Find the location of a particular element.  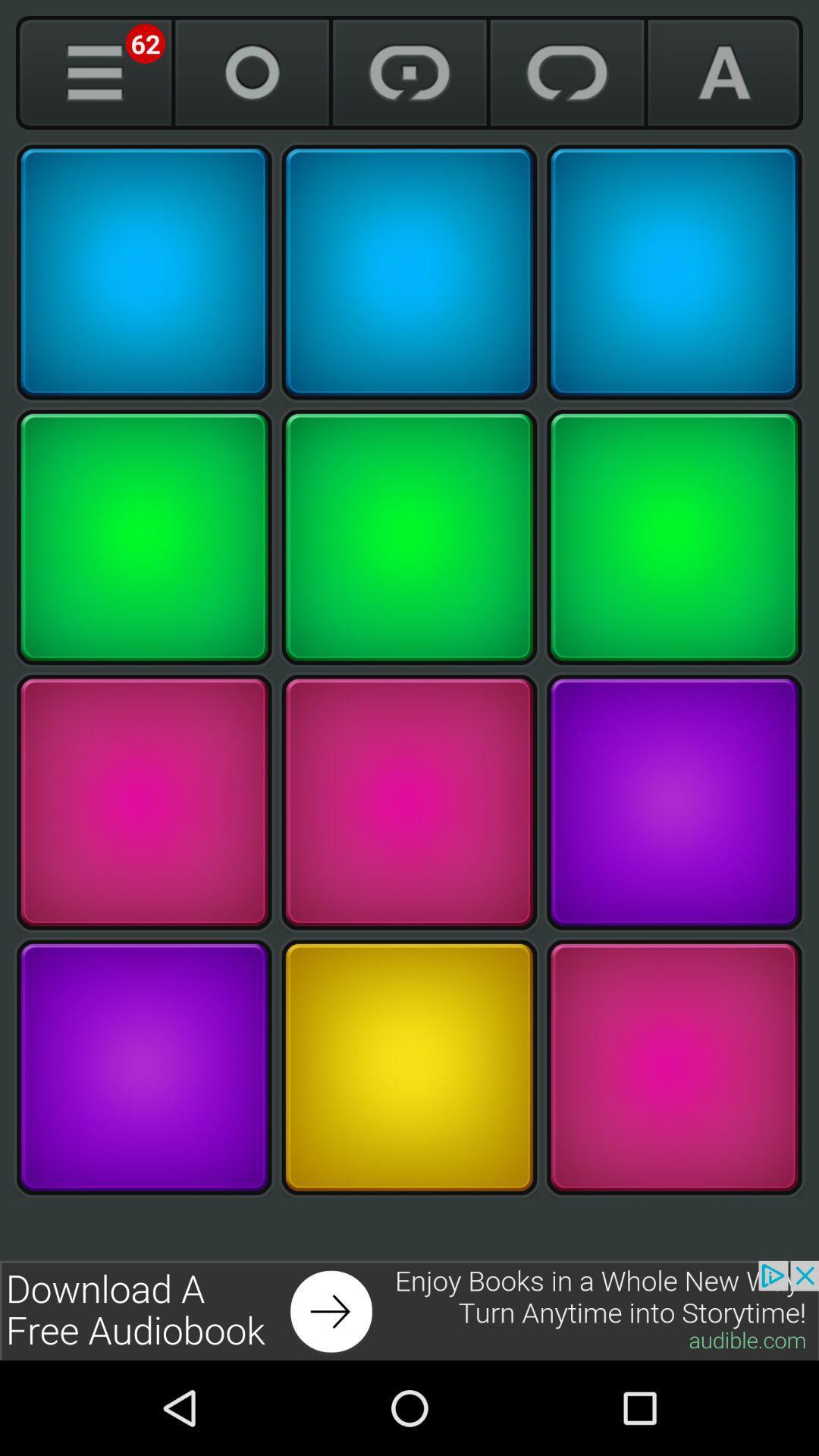

a is located at coordinates (723, 72).